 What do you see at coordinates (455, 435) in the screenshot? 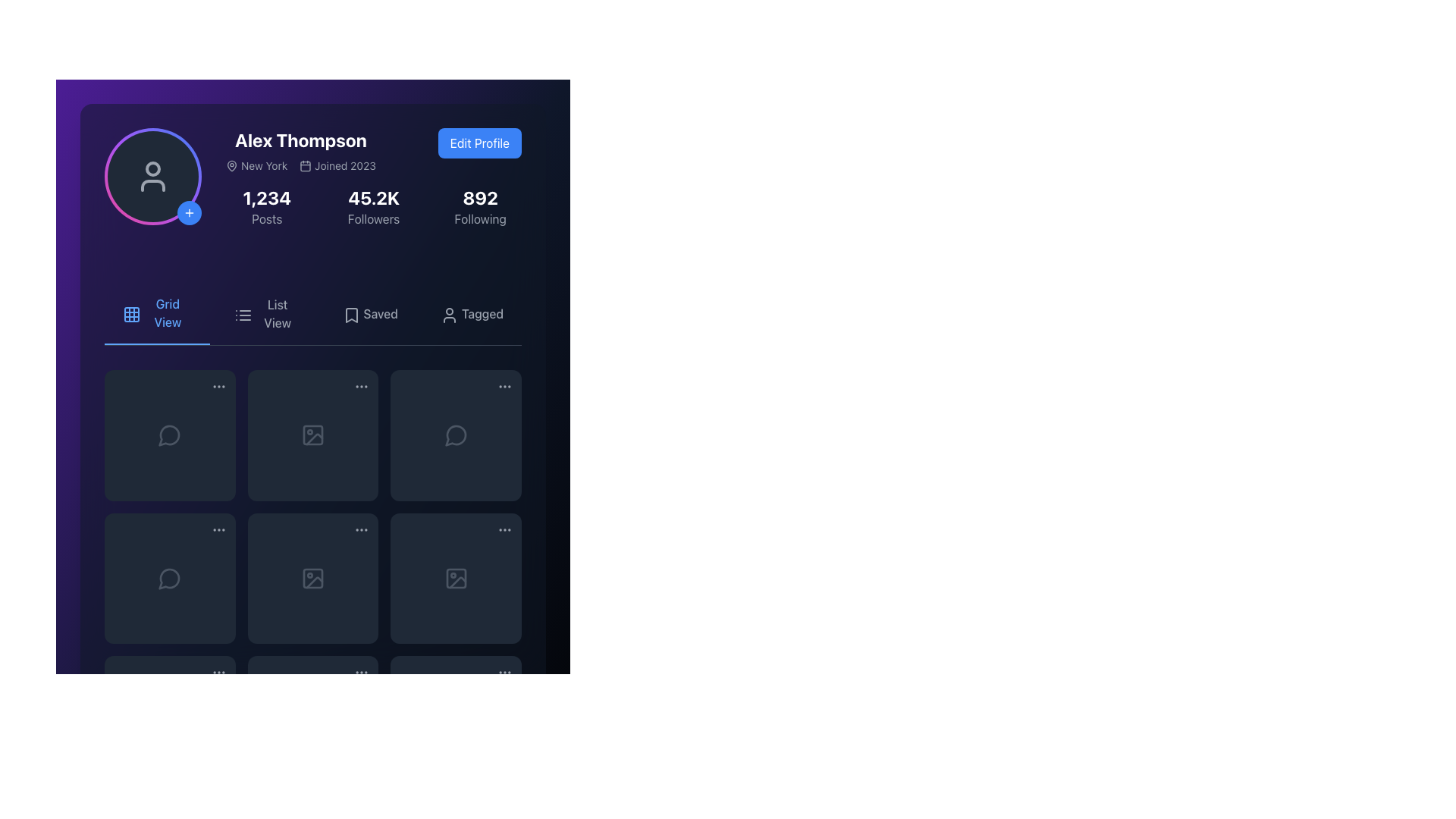
I see `the speech bubble icon located in the bottom right quadrant of the grid` at bounding box center [455, 435].